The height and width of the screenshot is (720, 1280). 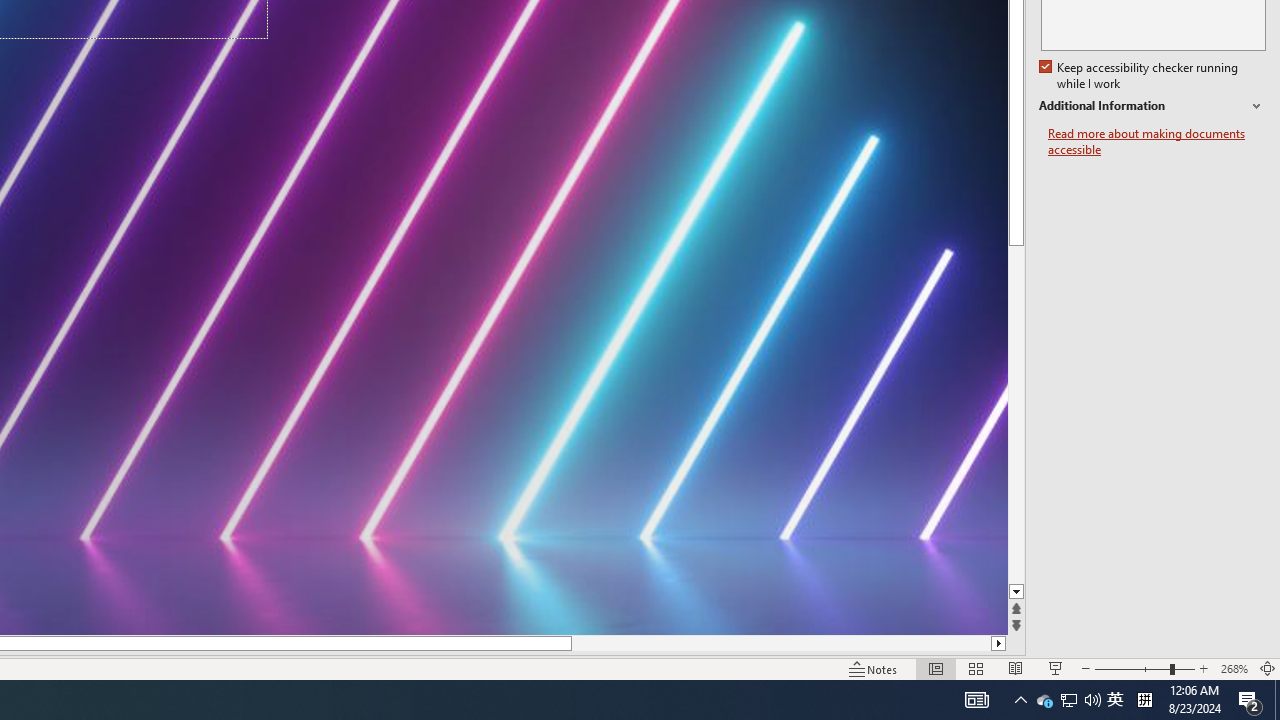 What do you see at coordinates (1233, 669) in the screenshot?
I see `'Zoom 268%'` at bounding box center [1233, 669].